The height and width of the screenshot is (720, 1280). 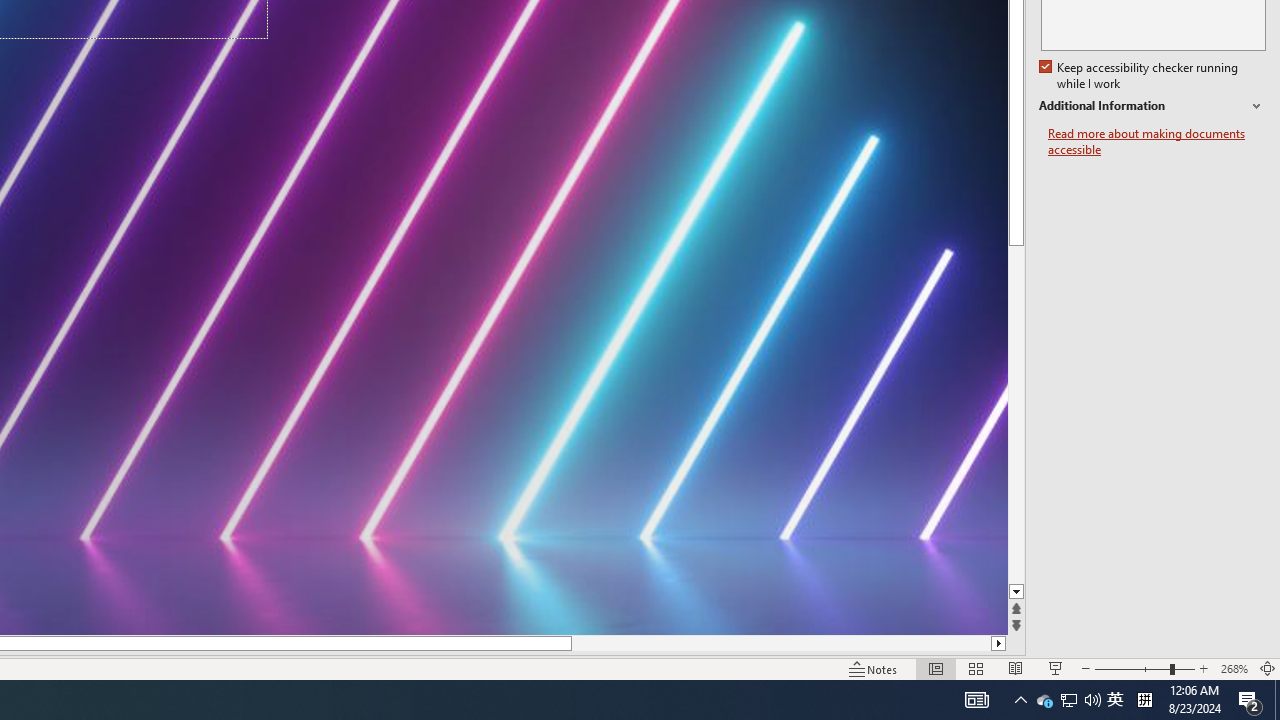 What do you see at coordinates (1233, 669) in the screenshot?
I see `'Zoom 268%'` at bounding box center [1233, 669].